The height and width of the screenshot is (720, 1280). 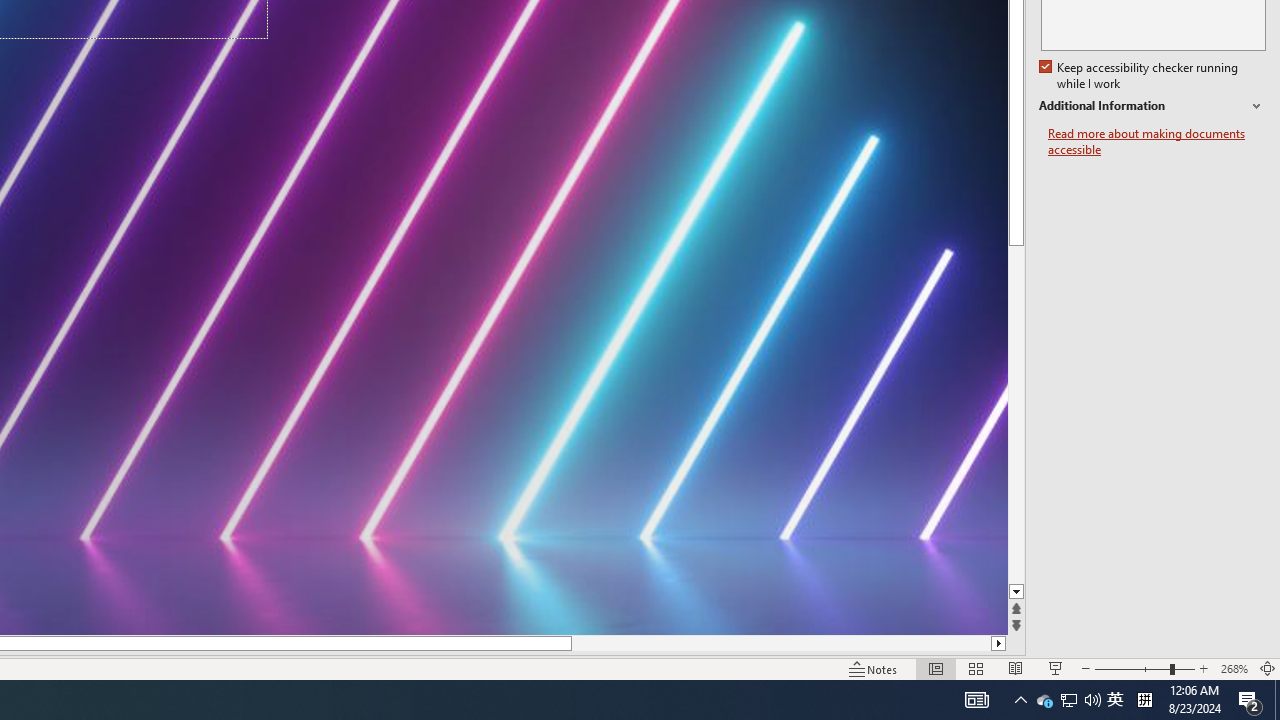 What do you see at coordinates (1233, 669) in the screenshot?
I see `'Zoom 268%'` at bounding box center [1233, 669].